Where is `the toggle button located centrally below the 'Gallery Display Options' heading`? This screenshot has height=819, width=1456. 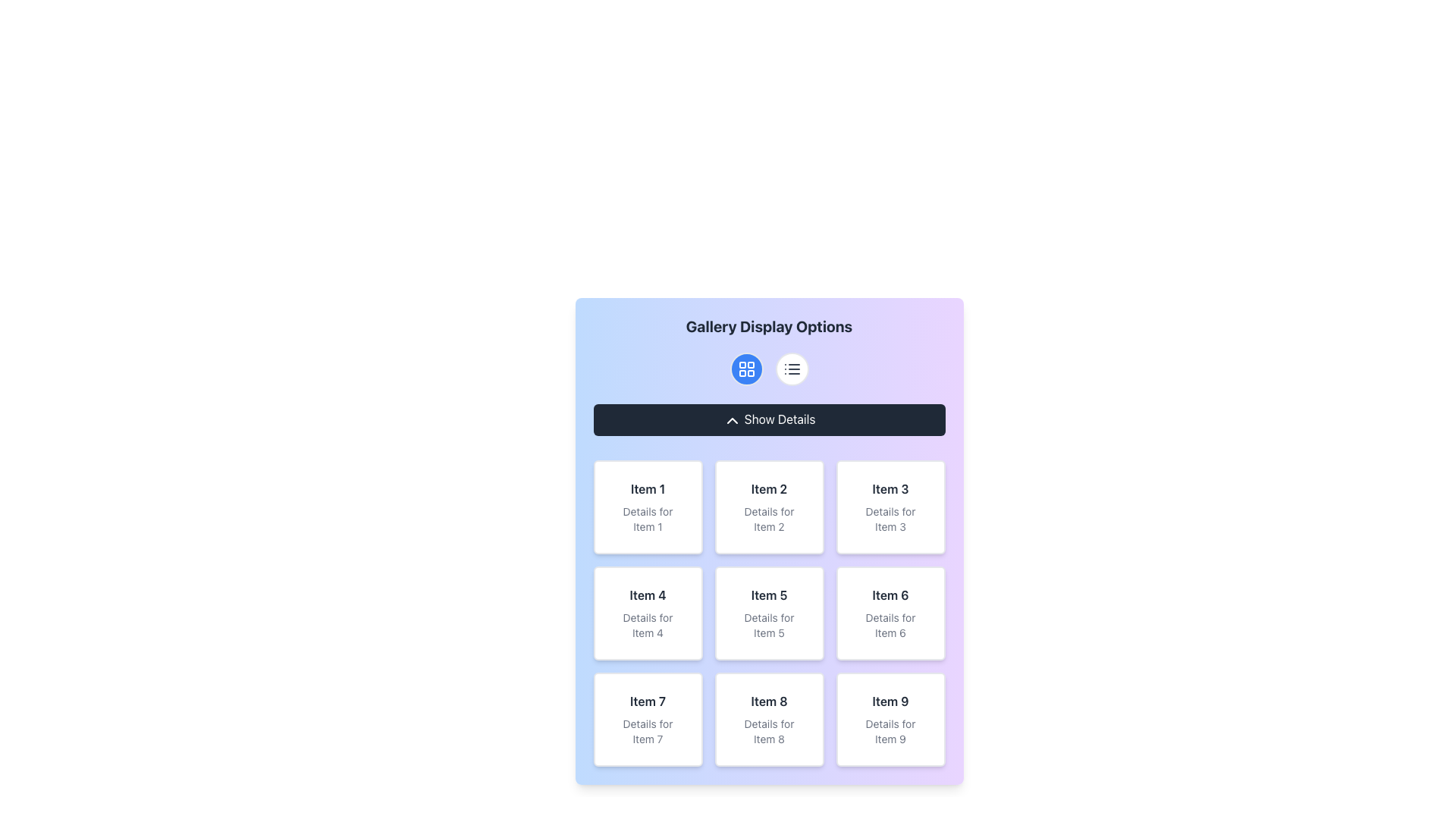 the toggle button located centrally below the 'Gallery Display Options' heading is located at coordinates (769, 419).